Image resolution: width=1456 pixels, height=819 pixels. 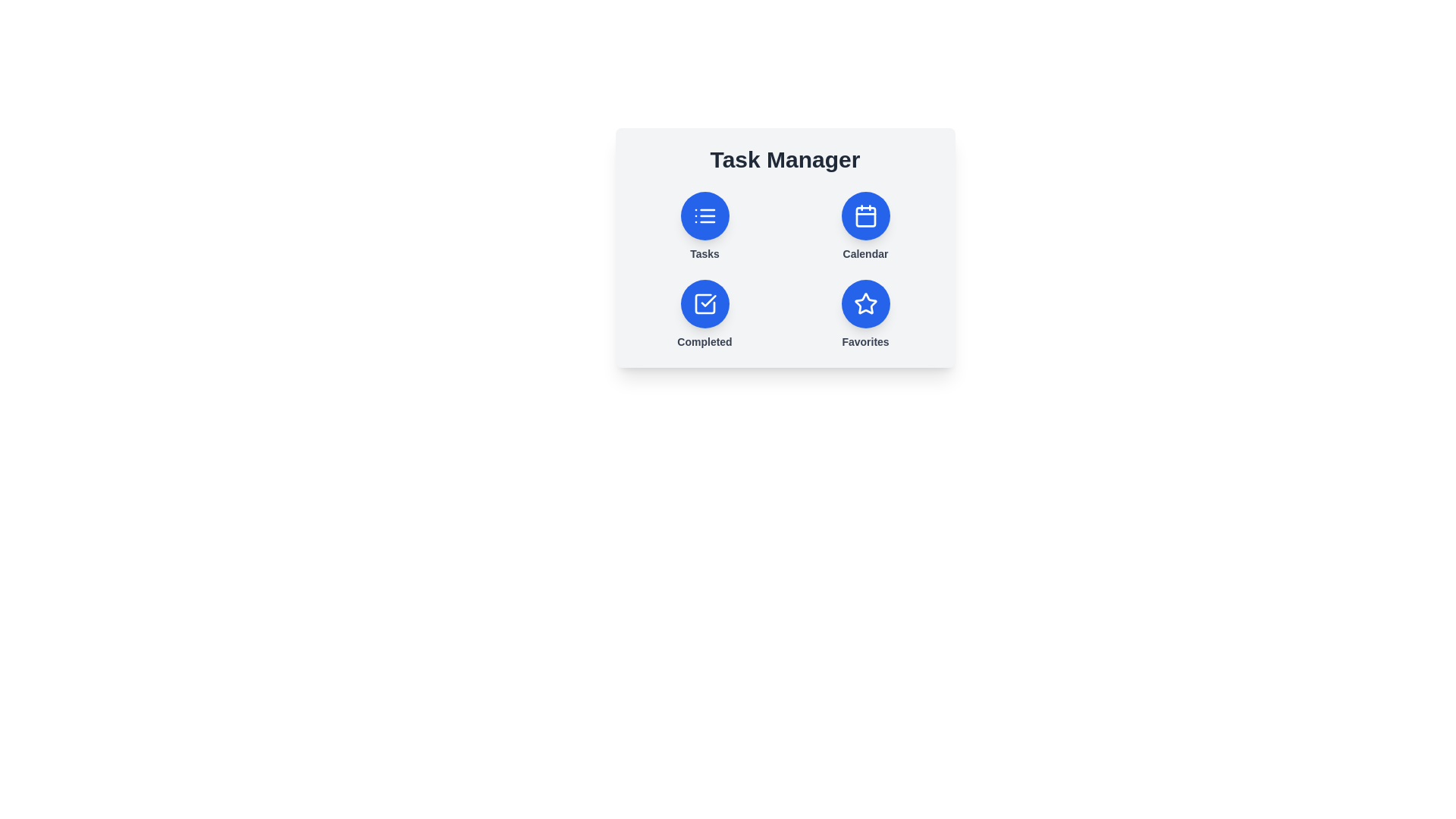 I want to click on the central area of the blue circular calendar icon in the second icon of the top row in a 2x2 grid layout, so click(x=865, y=217).